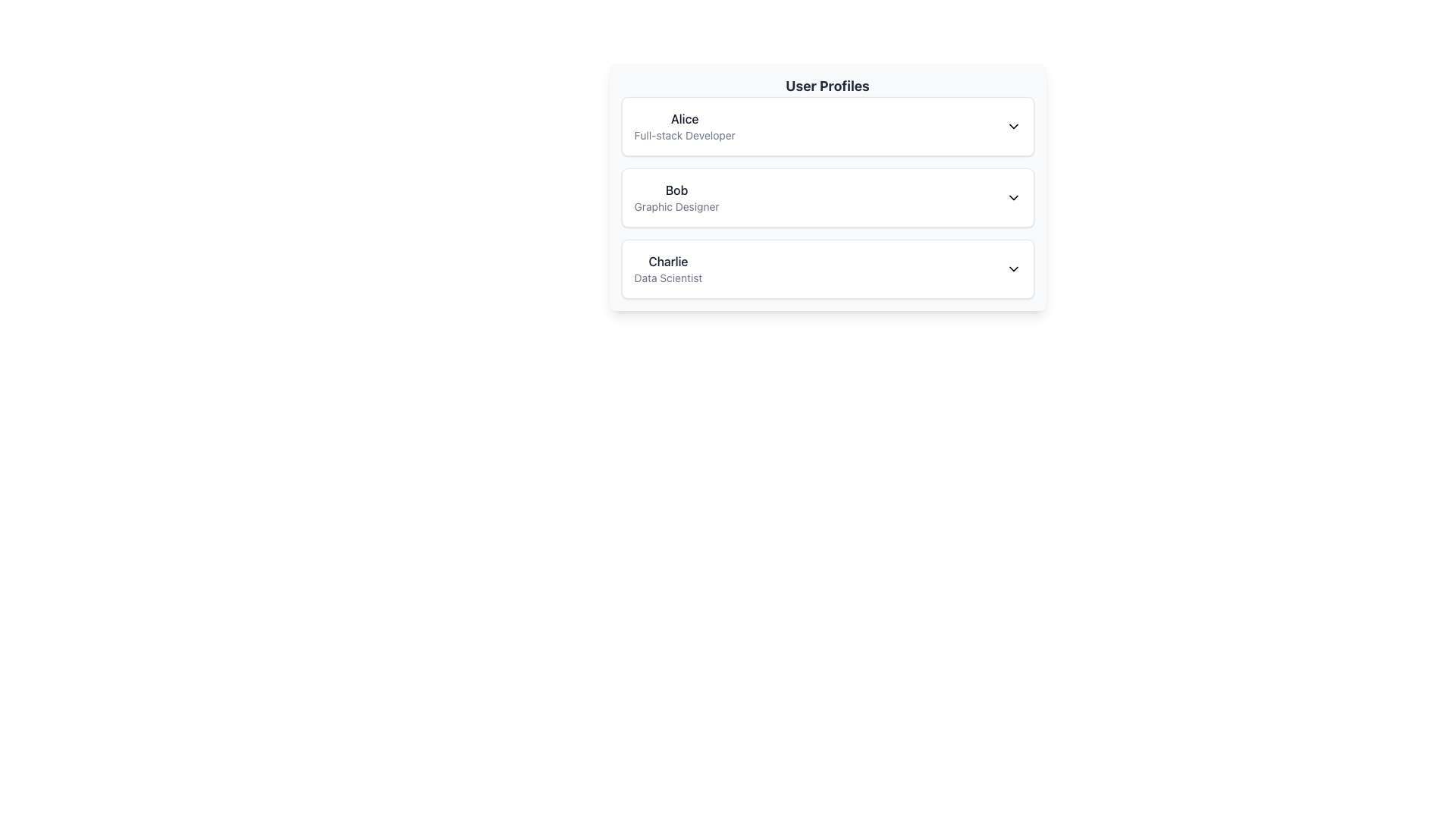 This screenshot has width=1456, height=819. I want to click on content displayed in the Text Display element showing the user's name and role, located in the third section of a vertically stacked list of user profiles, so click(667, 268).